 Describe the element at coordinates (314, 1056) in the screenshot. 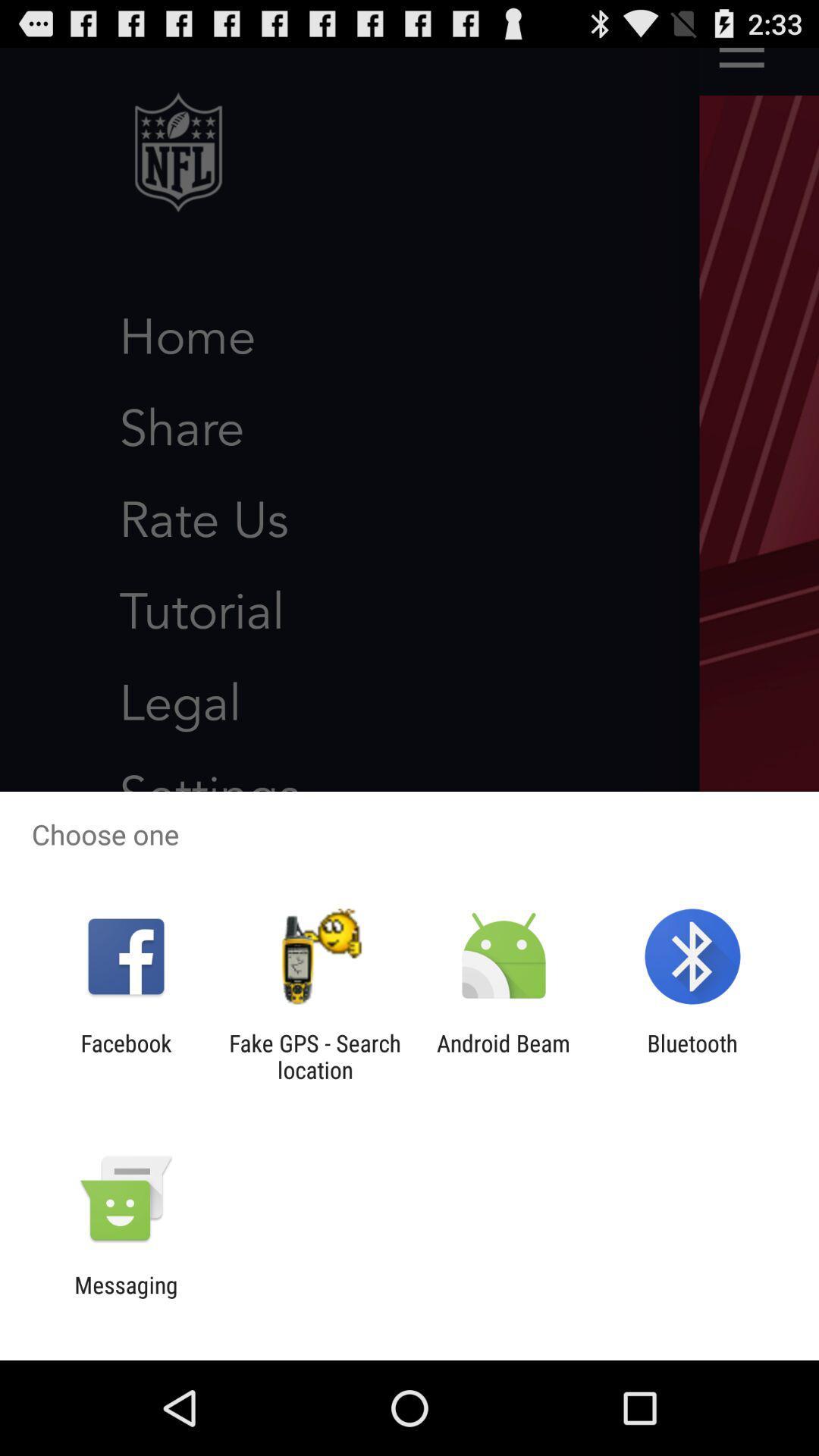

I see `the icon to the right of facebook item` at that location.